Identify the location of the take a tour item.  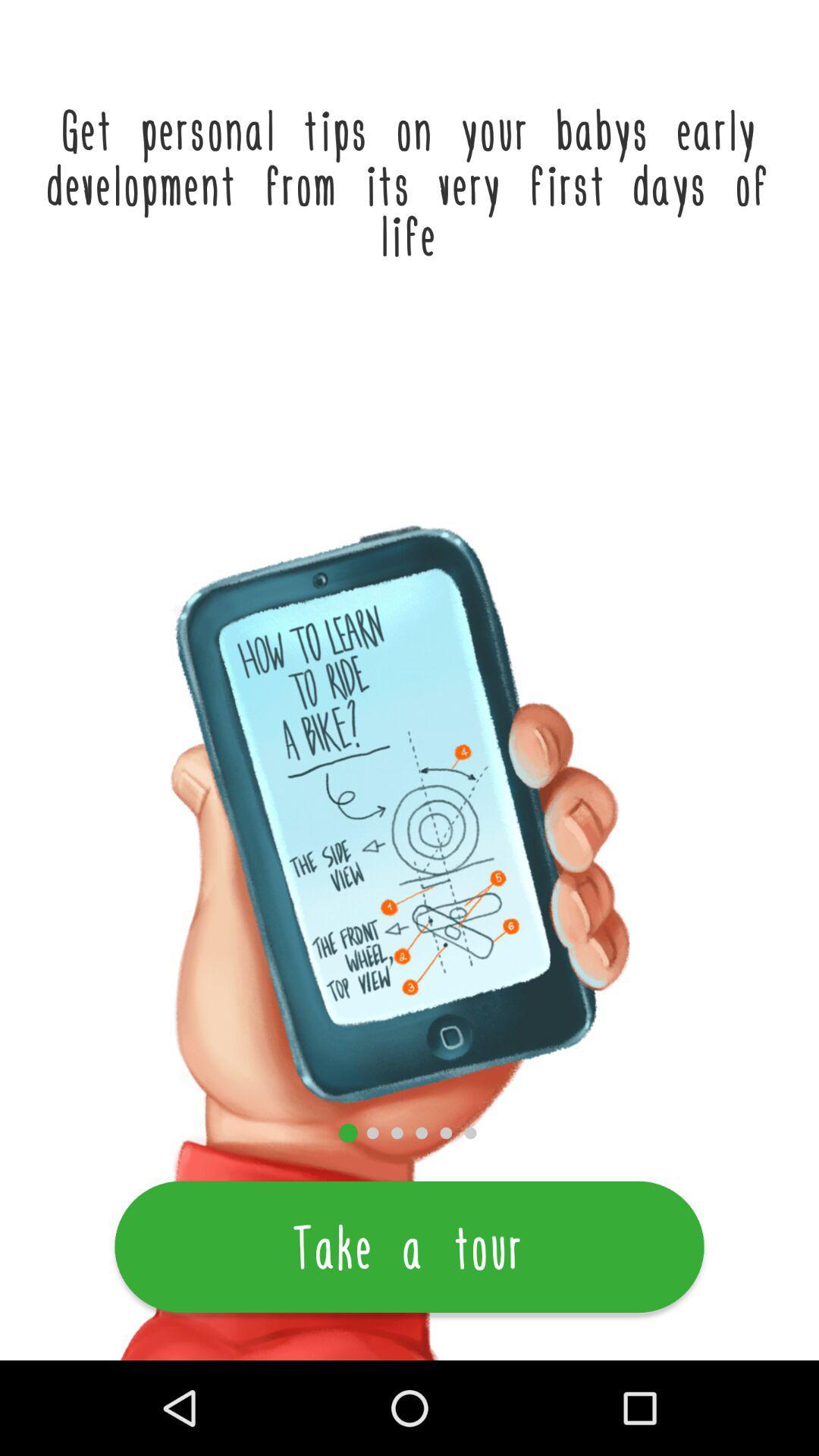
(409, 1247).